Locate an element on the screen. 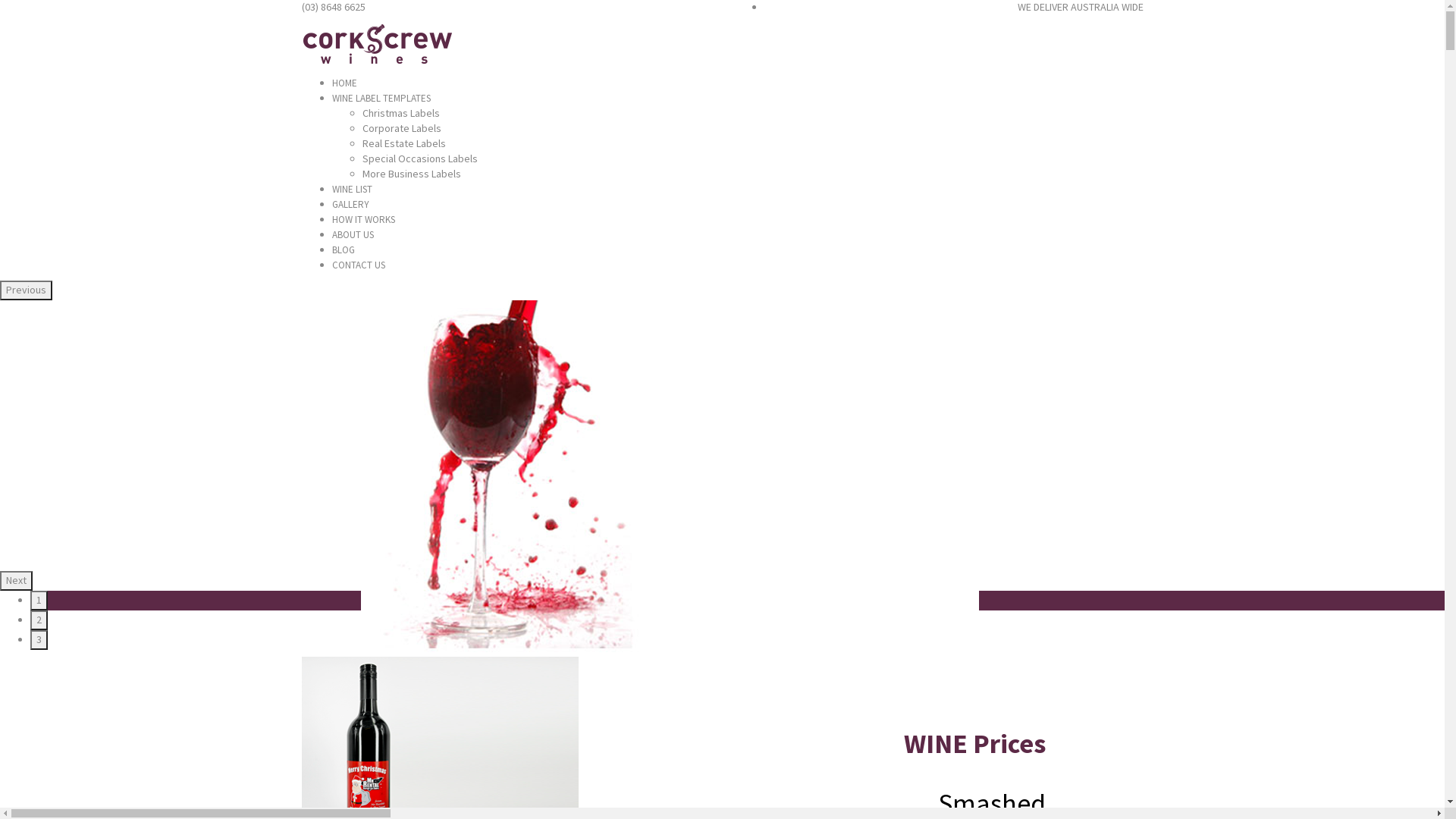  'Previous' is located at coordinates (26, 290).